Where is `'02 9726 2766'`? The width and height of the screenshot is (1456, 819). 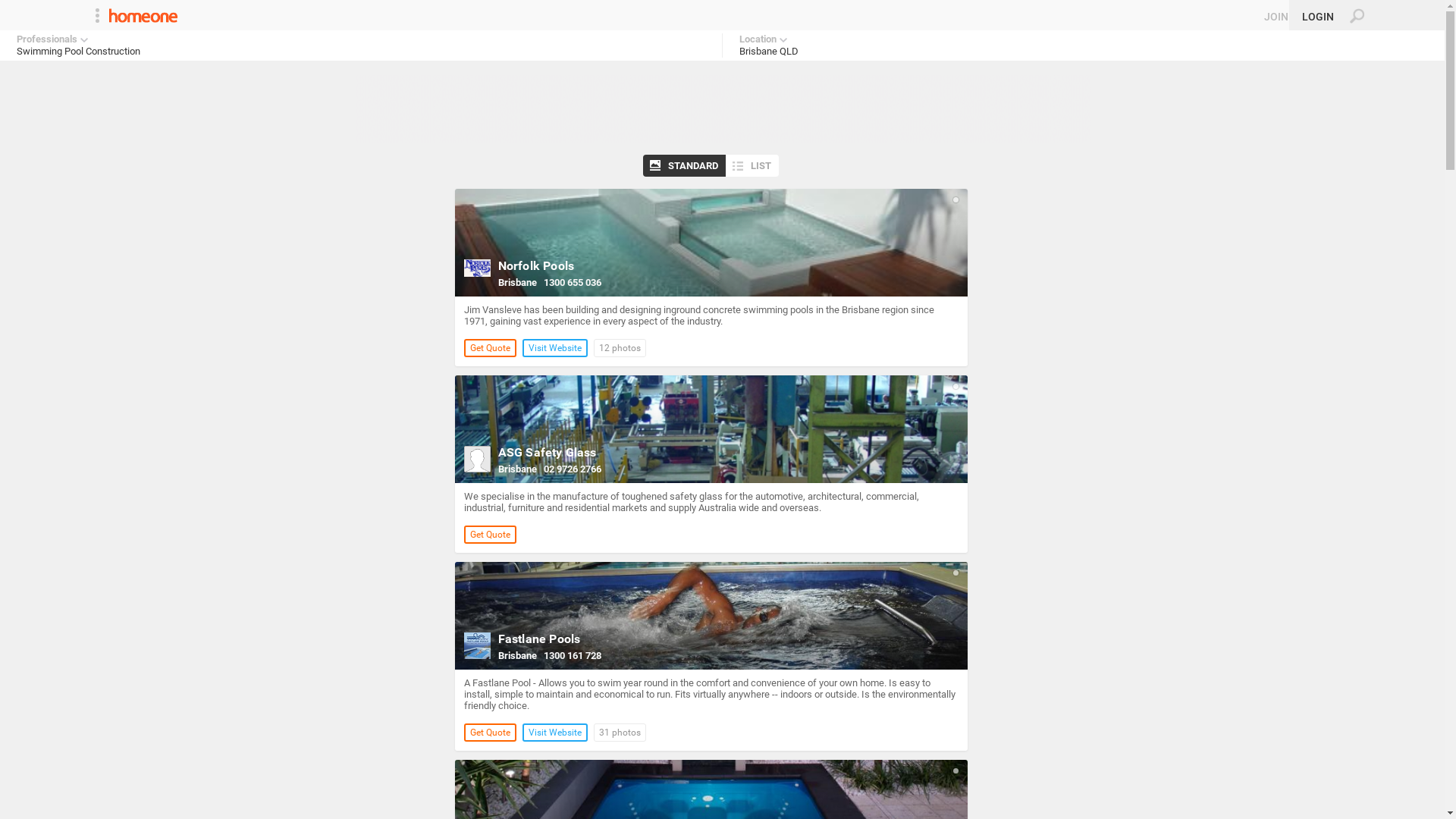 '02 9726 2766' is located at coordinates (570, 468).